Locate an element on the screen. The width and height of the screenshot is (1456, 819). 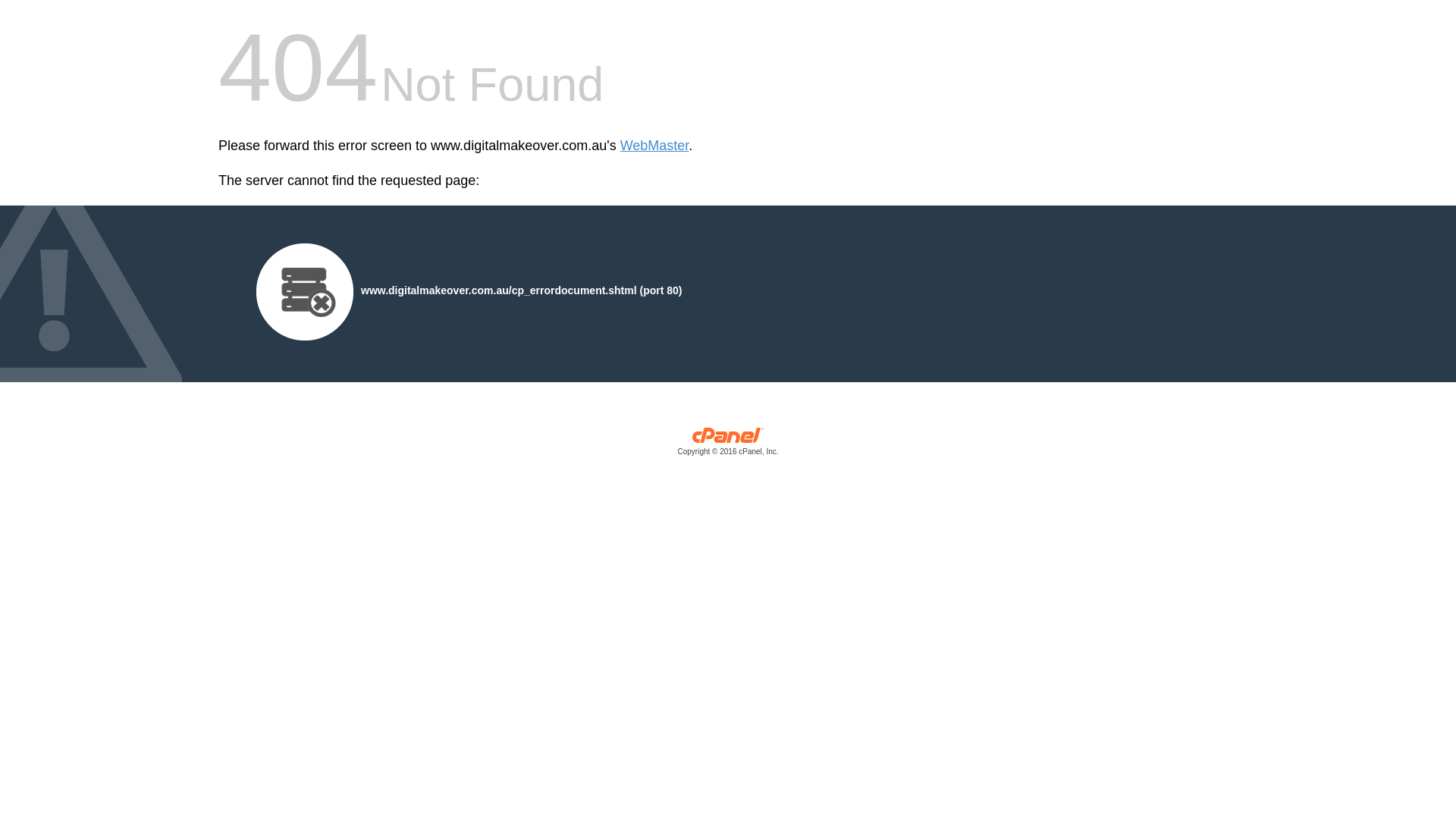
'WebMaster' is located at coordinates (654, 146).